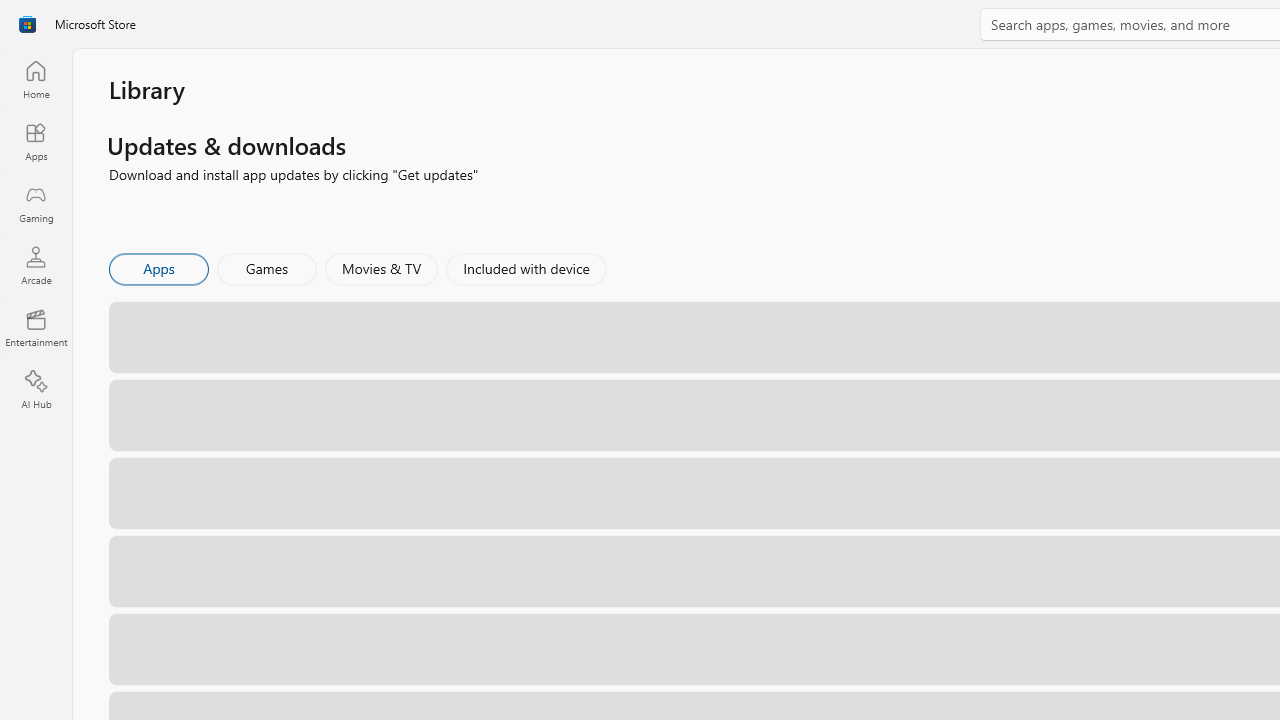  I want to click on 'Included with device', so click(525, 267).